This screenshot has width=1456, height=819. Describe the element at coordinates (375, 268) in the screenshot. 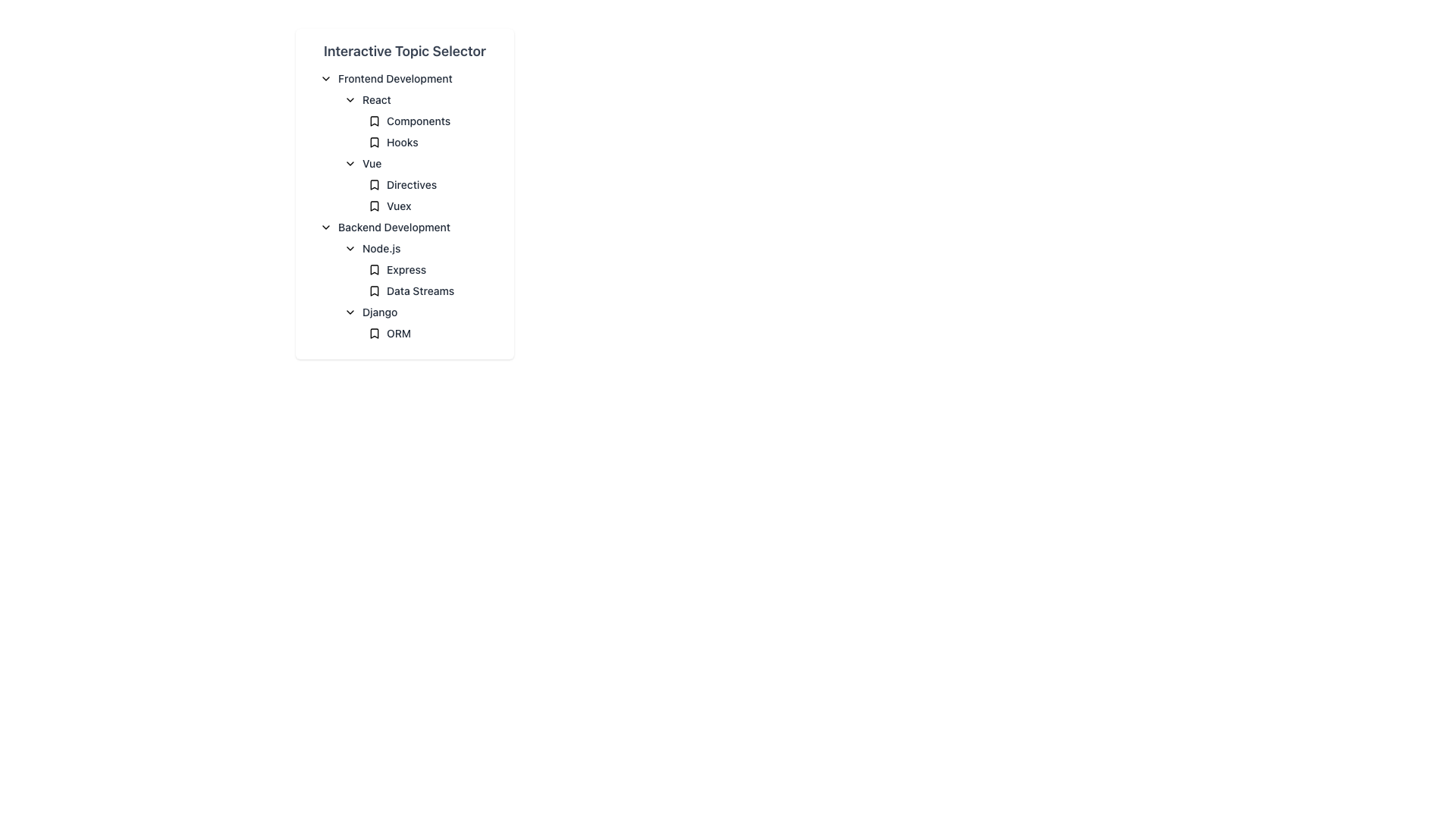

I see `the SVG icon associated with the 'Express' item in the 'Backend Development' section under 'Node.js', which is located to the left of the text label 'Express'` at that location.